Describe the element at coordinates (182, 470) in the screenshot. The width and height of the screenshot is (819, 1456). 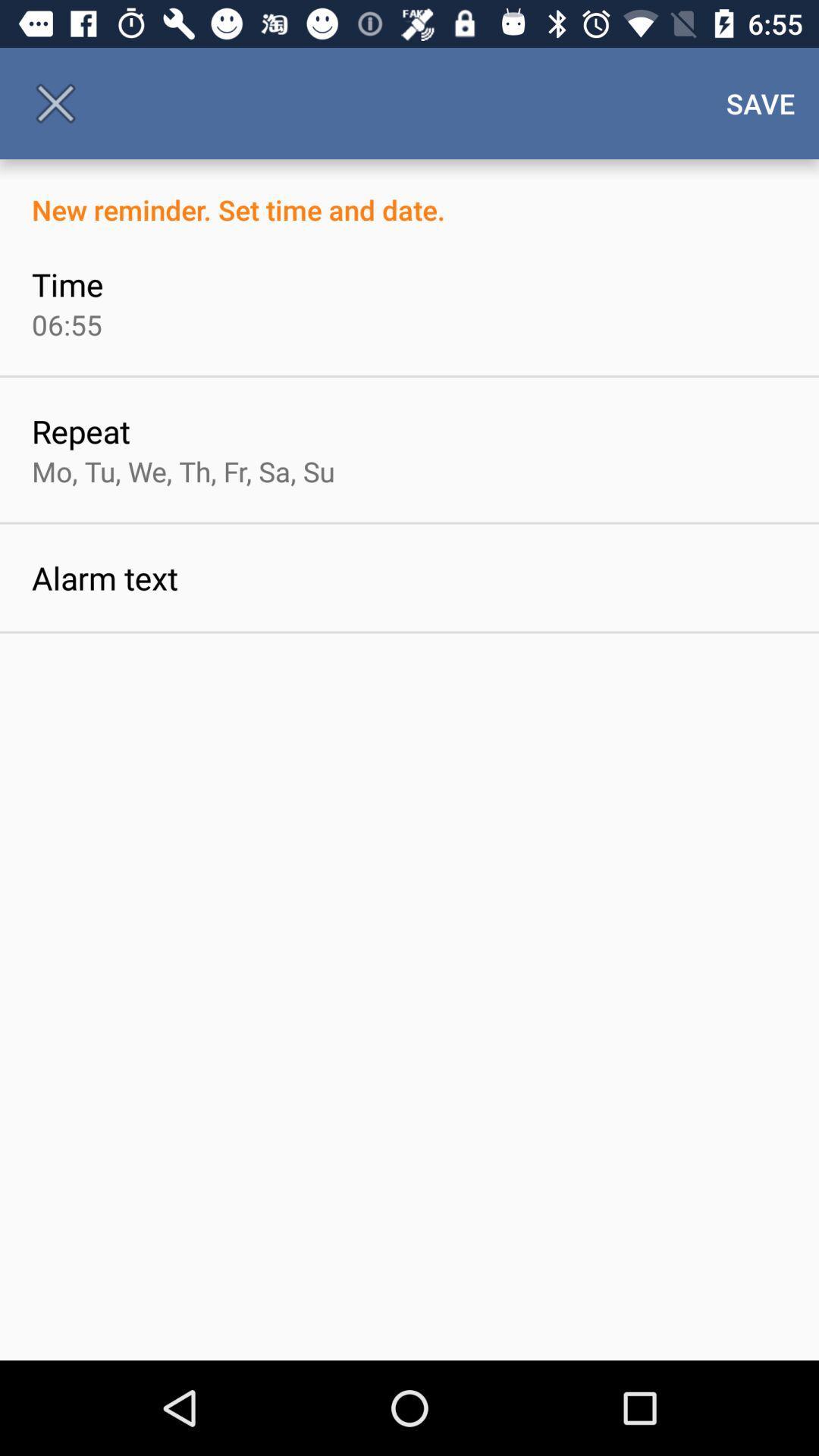
I see `item above the alarm text icon` at that location.